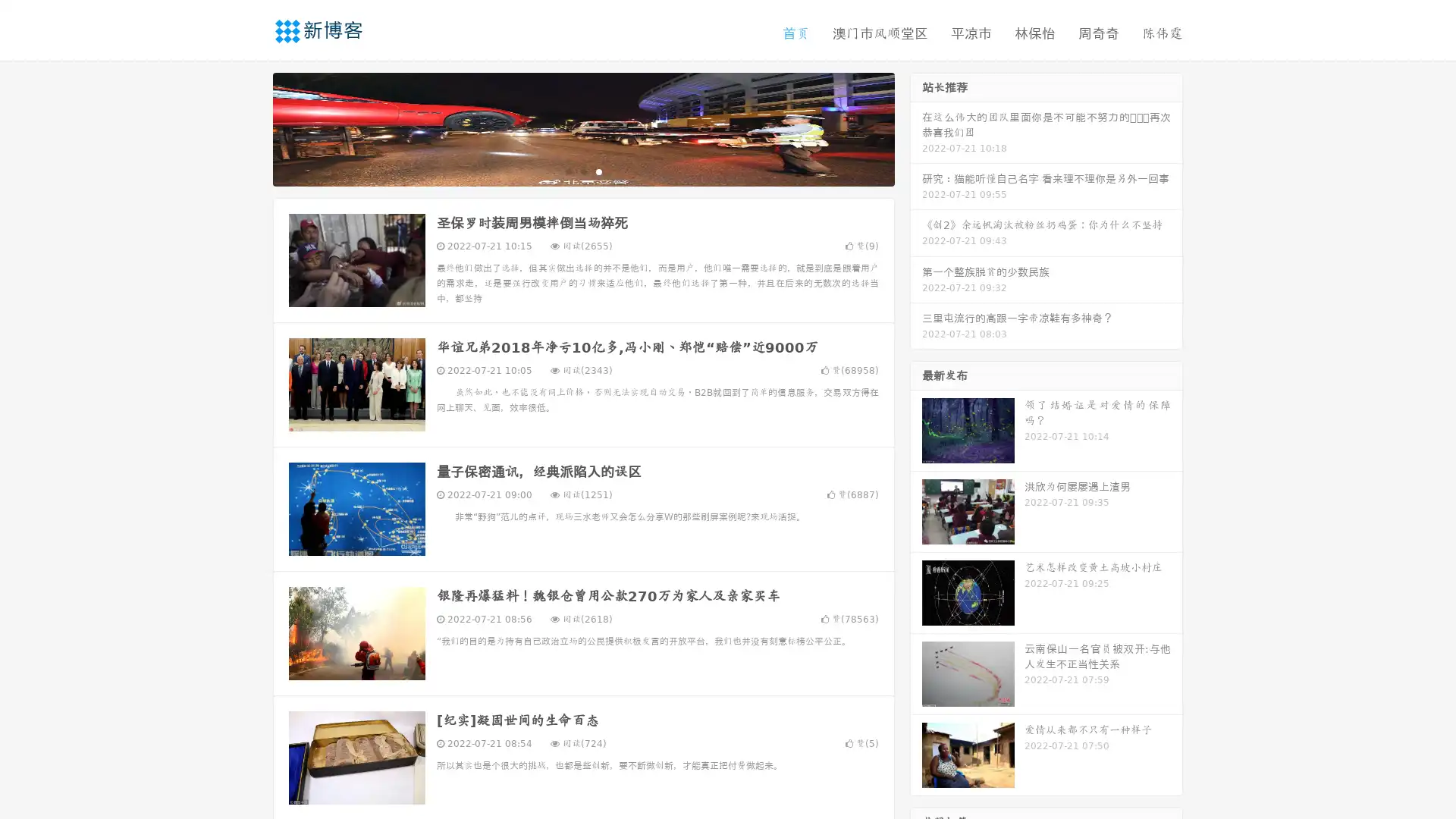 This screenshot has height=819, width=1456. I want to click on Go to slide 3, so click(598, 171).